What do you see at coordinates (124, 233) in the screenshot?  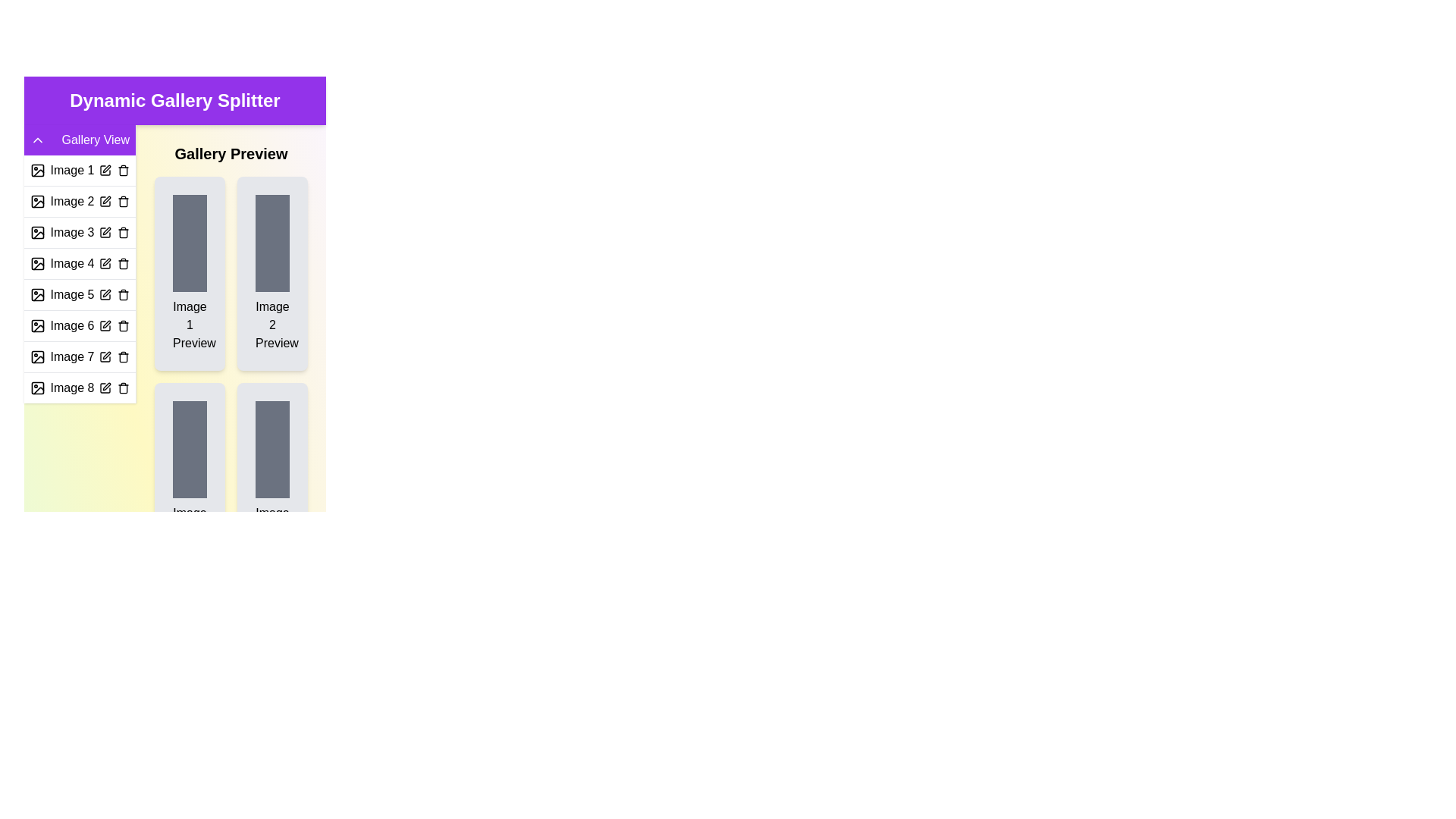 I see `the delete button for 'Image 3' to change its color to red` at bounding box center [124, 233].